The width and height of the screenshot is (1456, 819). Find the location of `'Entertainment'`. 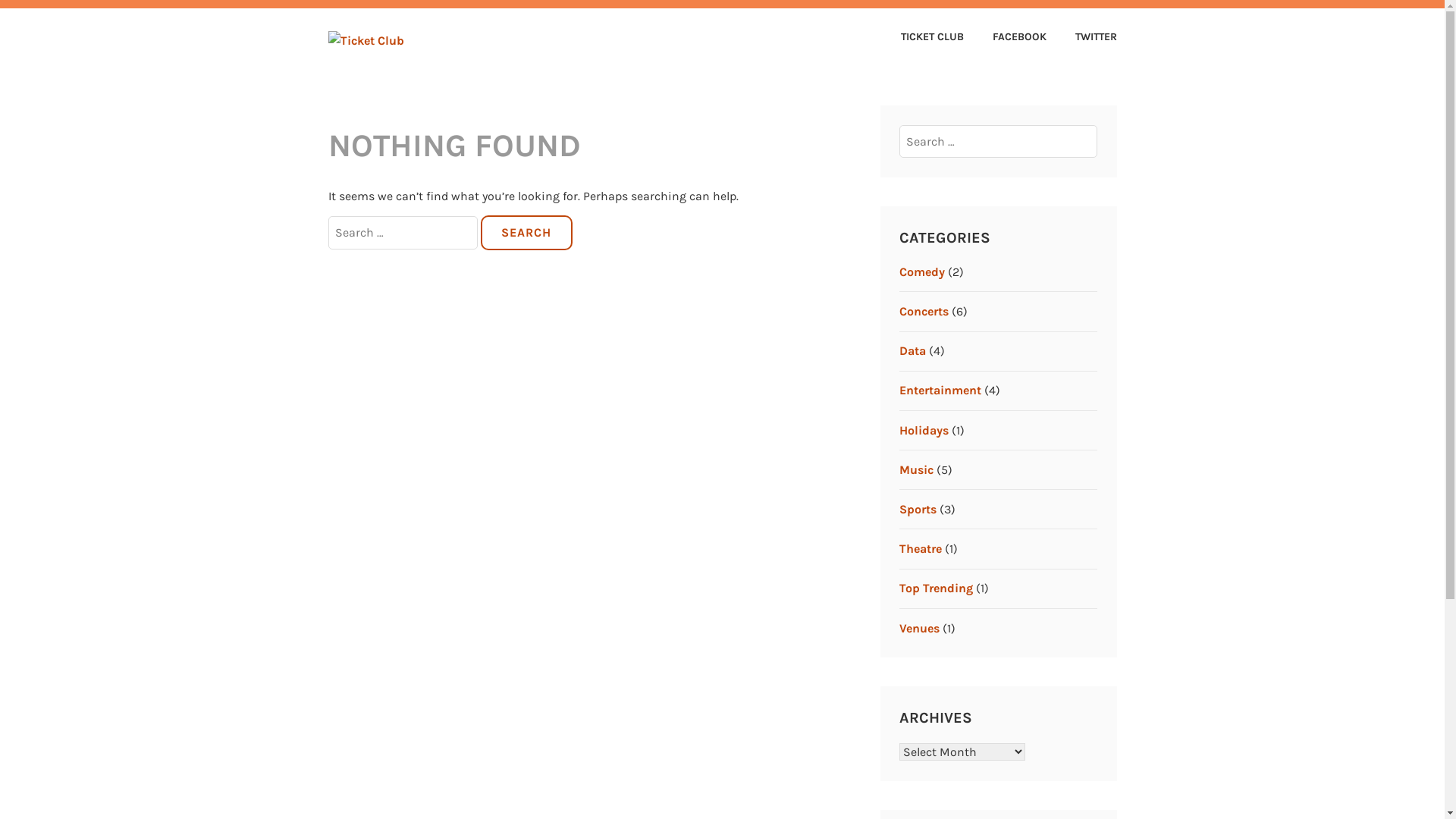

'Entertainment' is located at coordinates (899, 389).